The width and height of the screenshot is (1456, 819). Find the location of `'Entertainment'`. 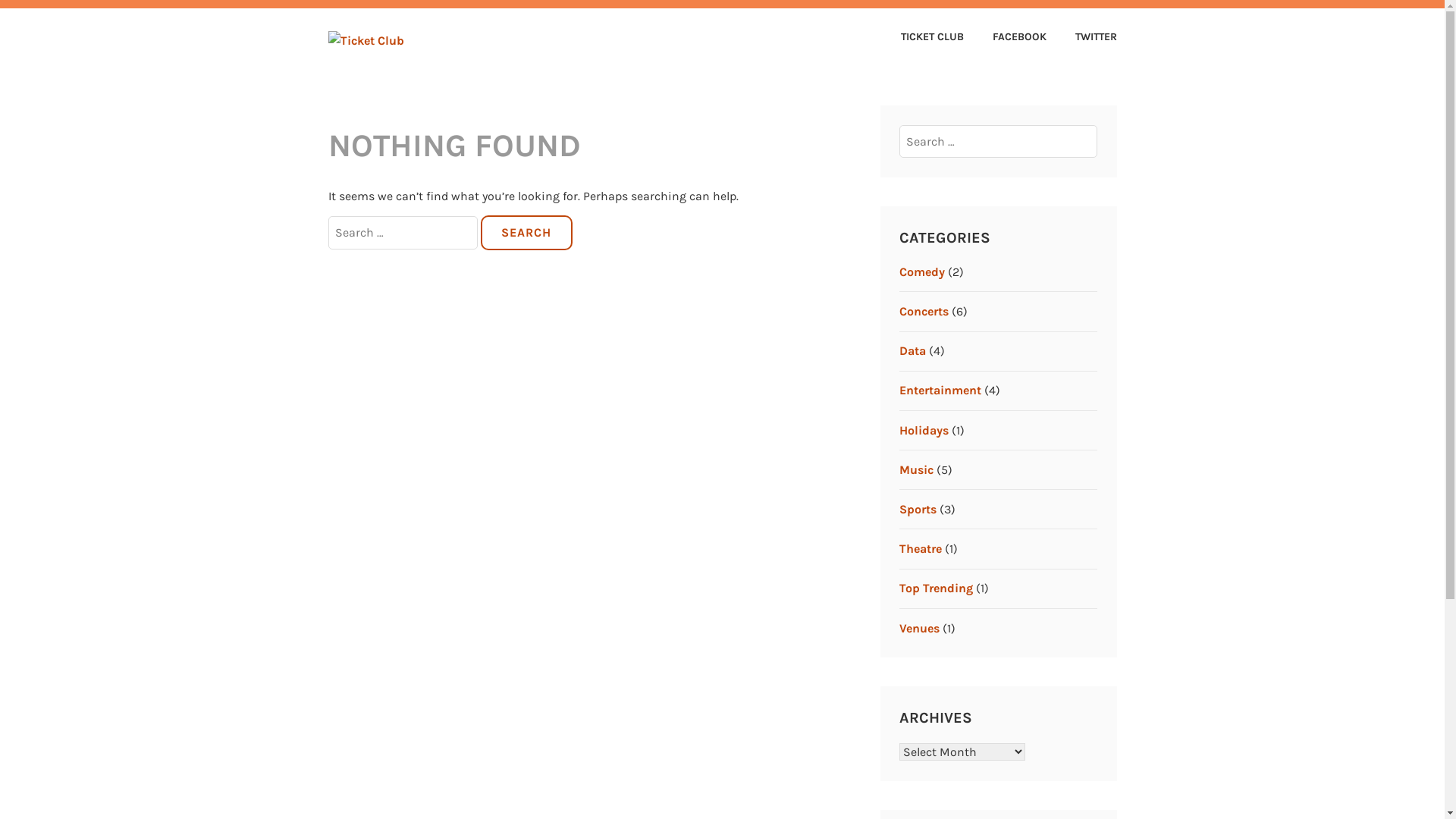

'Entertainment' is located at coordinates (899, 389).